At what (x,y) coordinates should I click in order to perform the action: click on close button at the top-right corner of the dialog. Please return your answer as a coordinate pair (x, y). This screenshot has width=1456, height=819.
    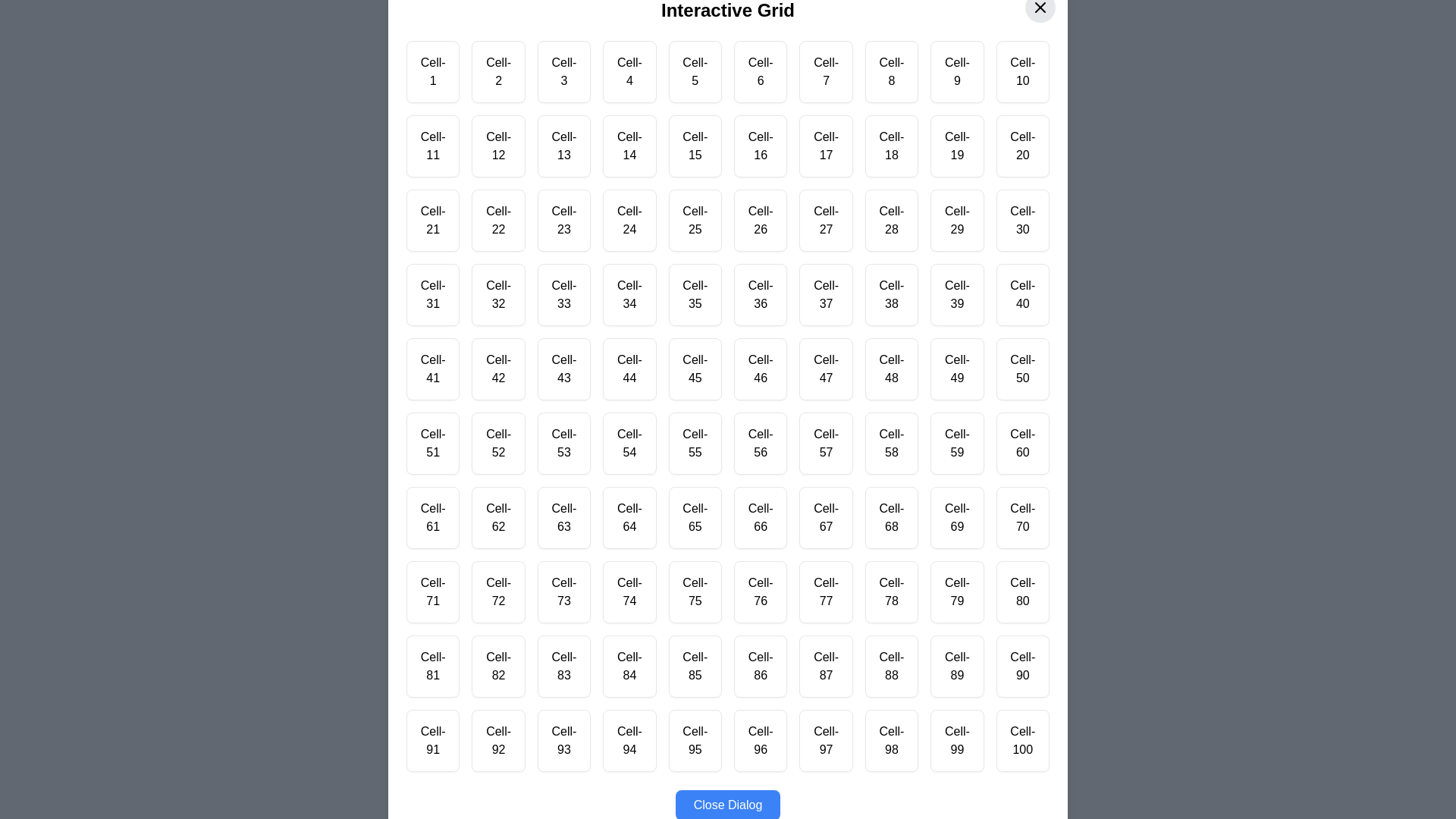
    Looking at the image, I should click on (1040, 8).